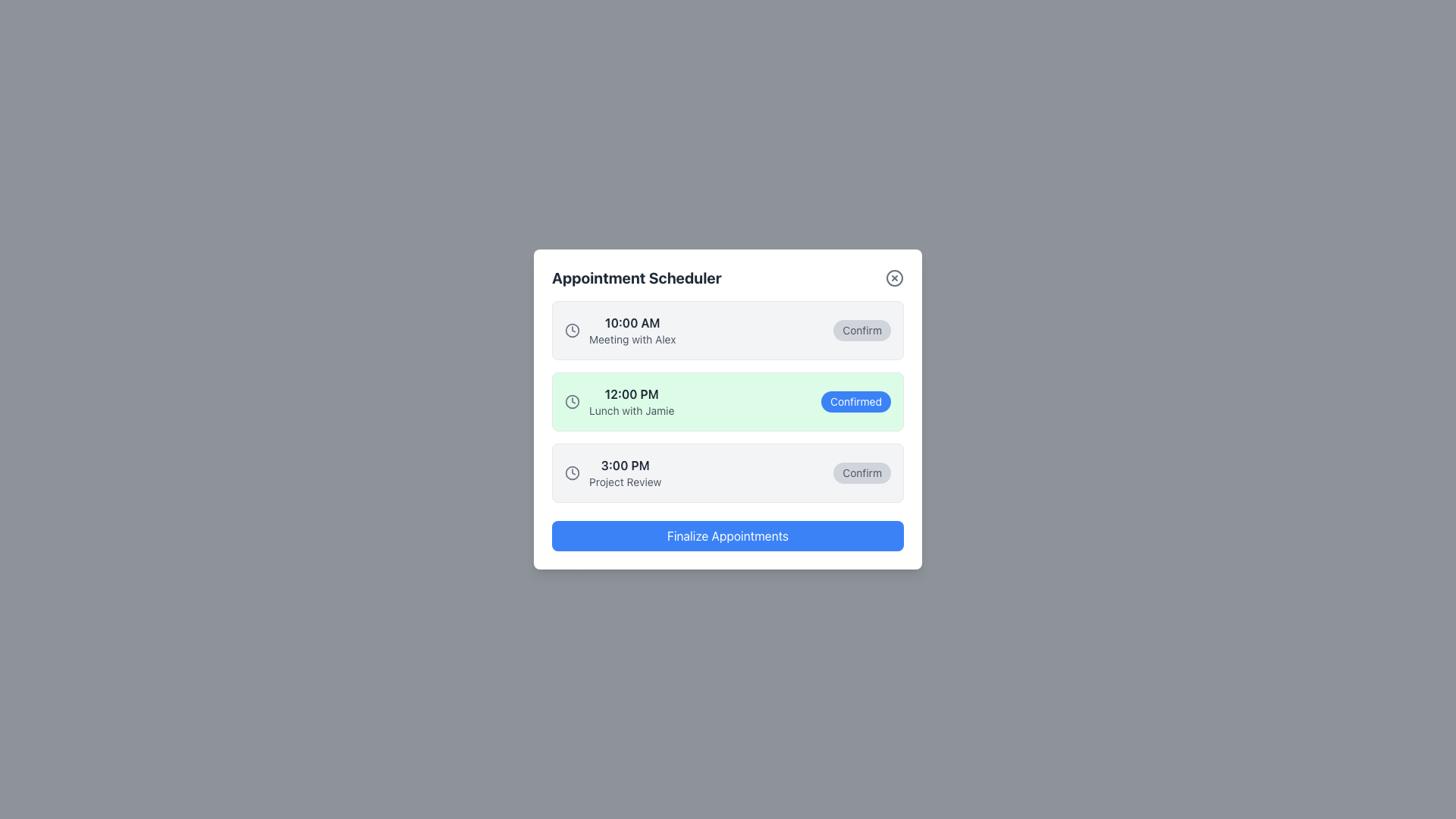 Image resolution: width=1456 pixels, height=819 pixels. What do you see at coordinates (571, 472) in the screenshot?
I see `the circular clock icon located on the left side of the '3:00 PM Project Review' entry in the appointment scheduler interface` at bounding box center [571, 472].